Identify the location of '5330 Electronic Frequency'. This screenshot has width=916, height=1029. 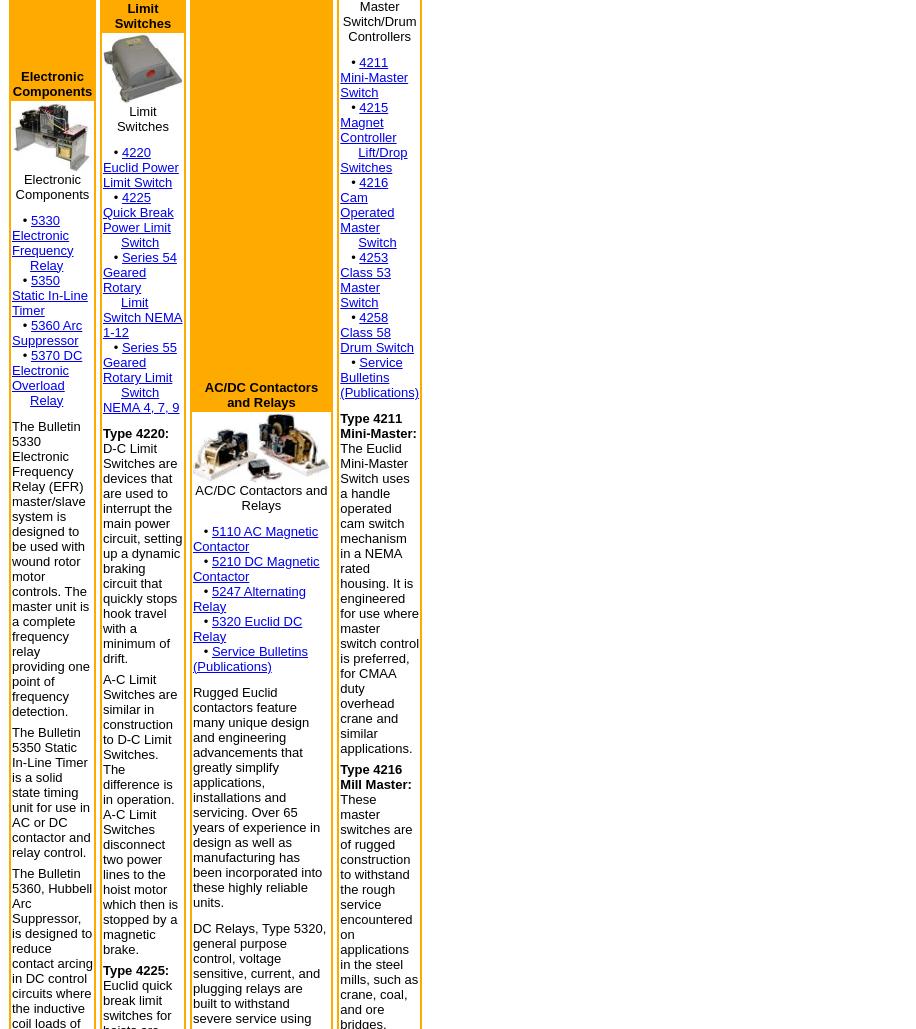
(11, 233).